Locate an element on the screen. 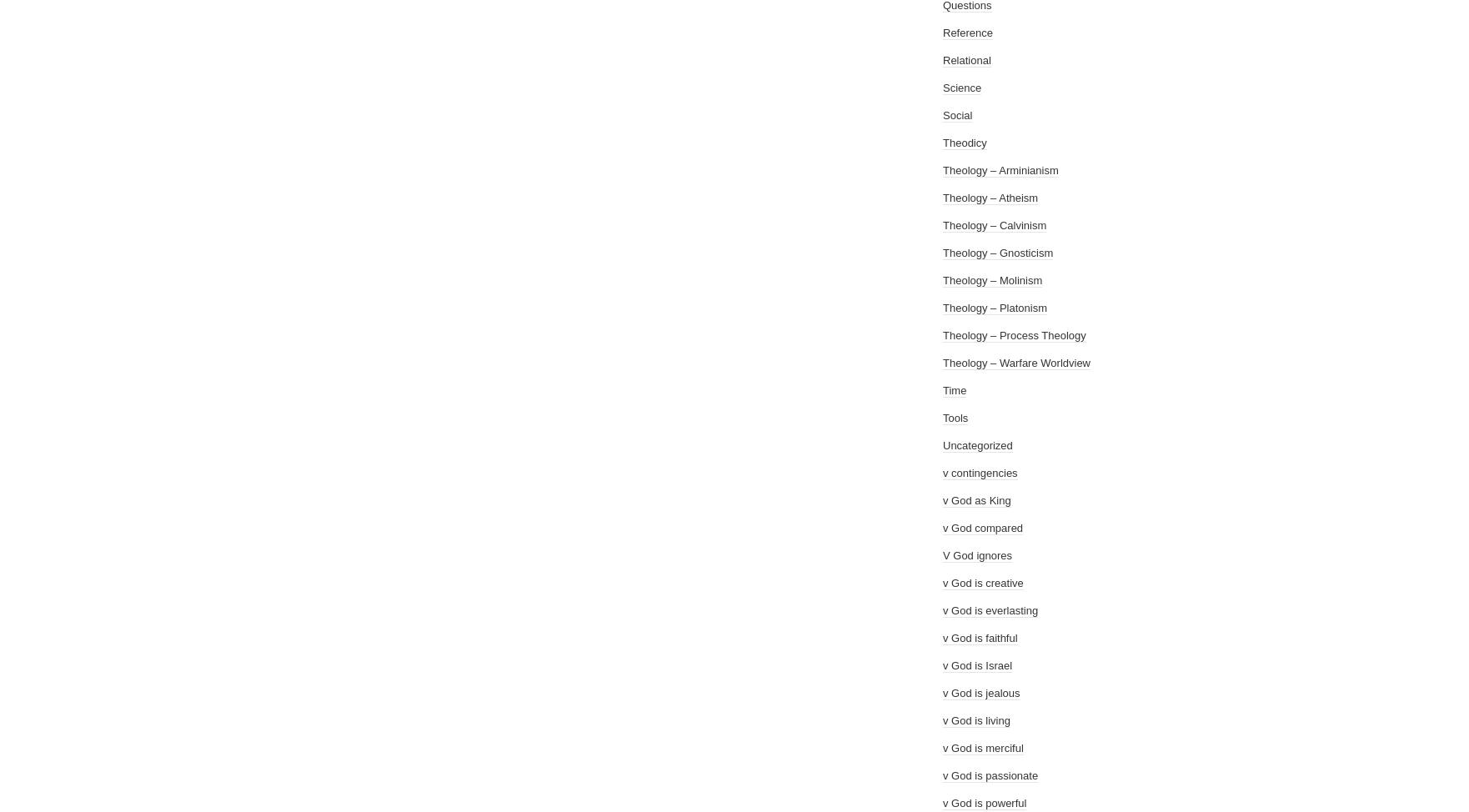 This screenshot has width=1469, height=812. 'Theodicy' is located at coordinates (964, 143).